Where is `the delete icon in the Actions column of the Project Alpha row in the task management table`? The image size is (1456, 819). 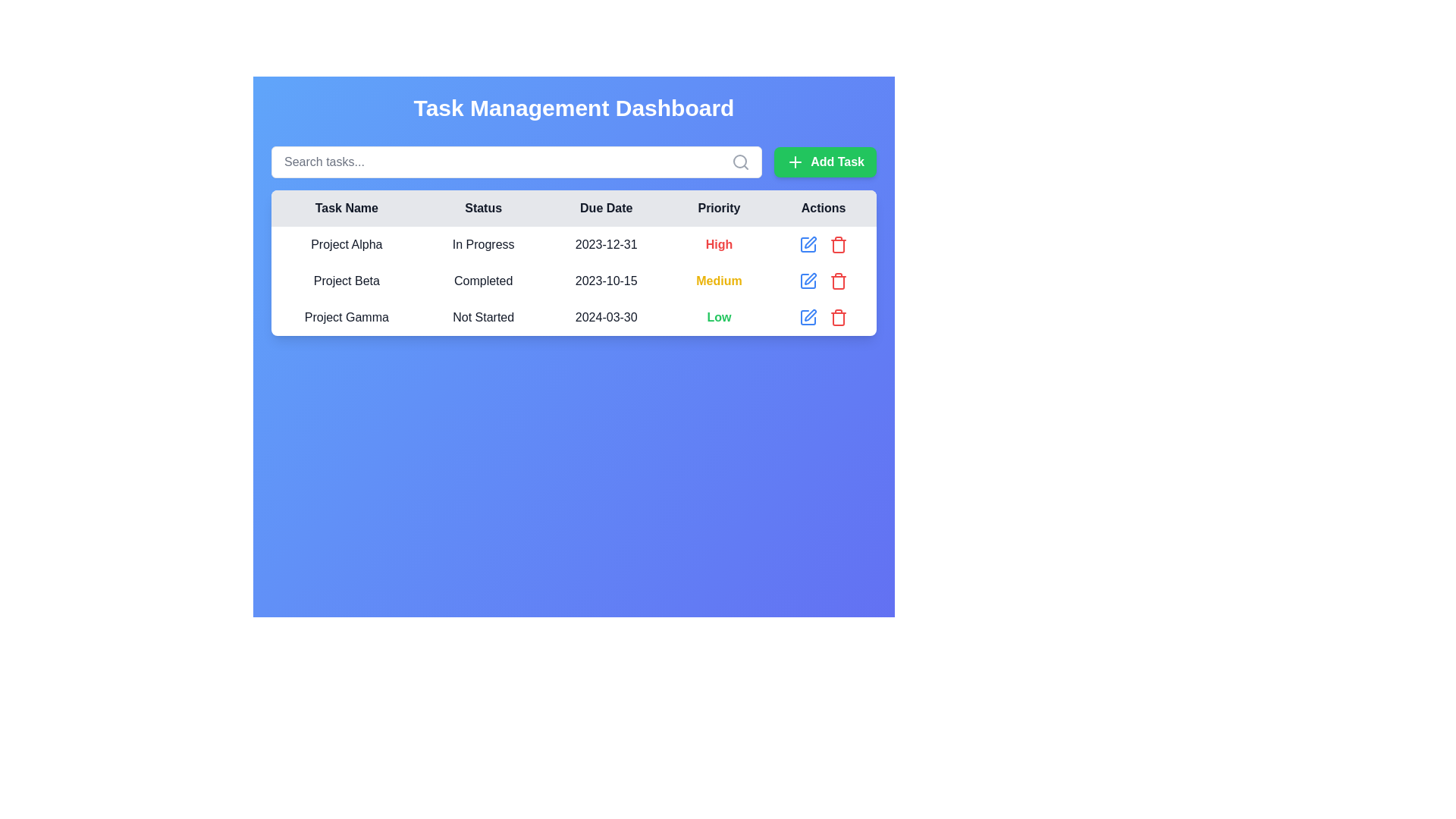
the delete icon in the Actions column of the Project Alpha row in the task management table is located at coordinates (823, 244).